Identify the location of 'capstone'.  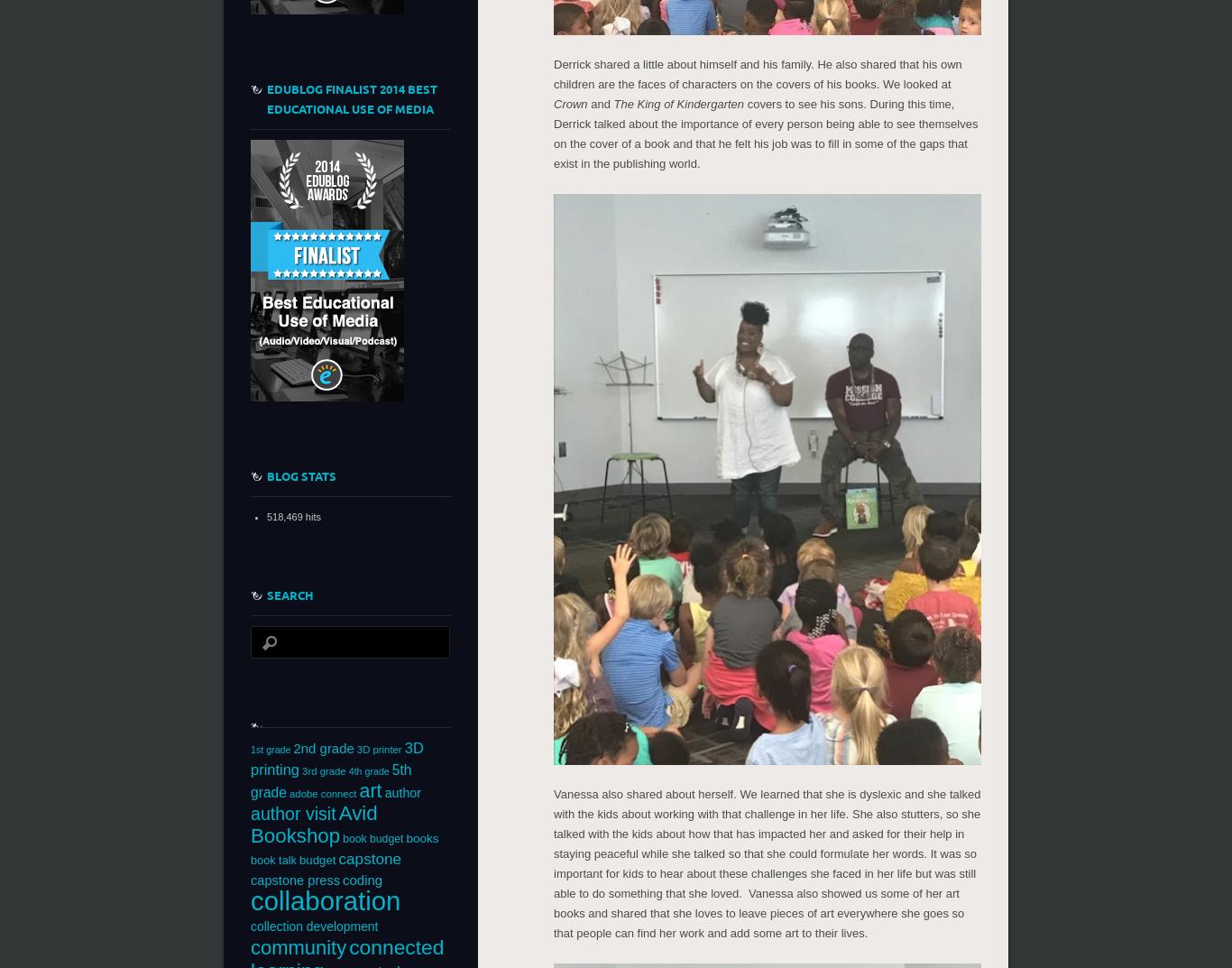
(368, 858).